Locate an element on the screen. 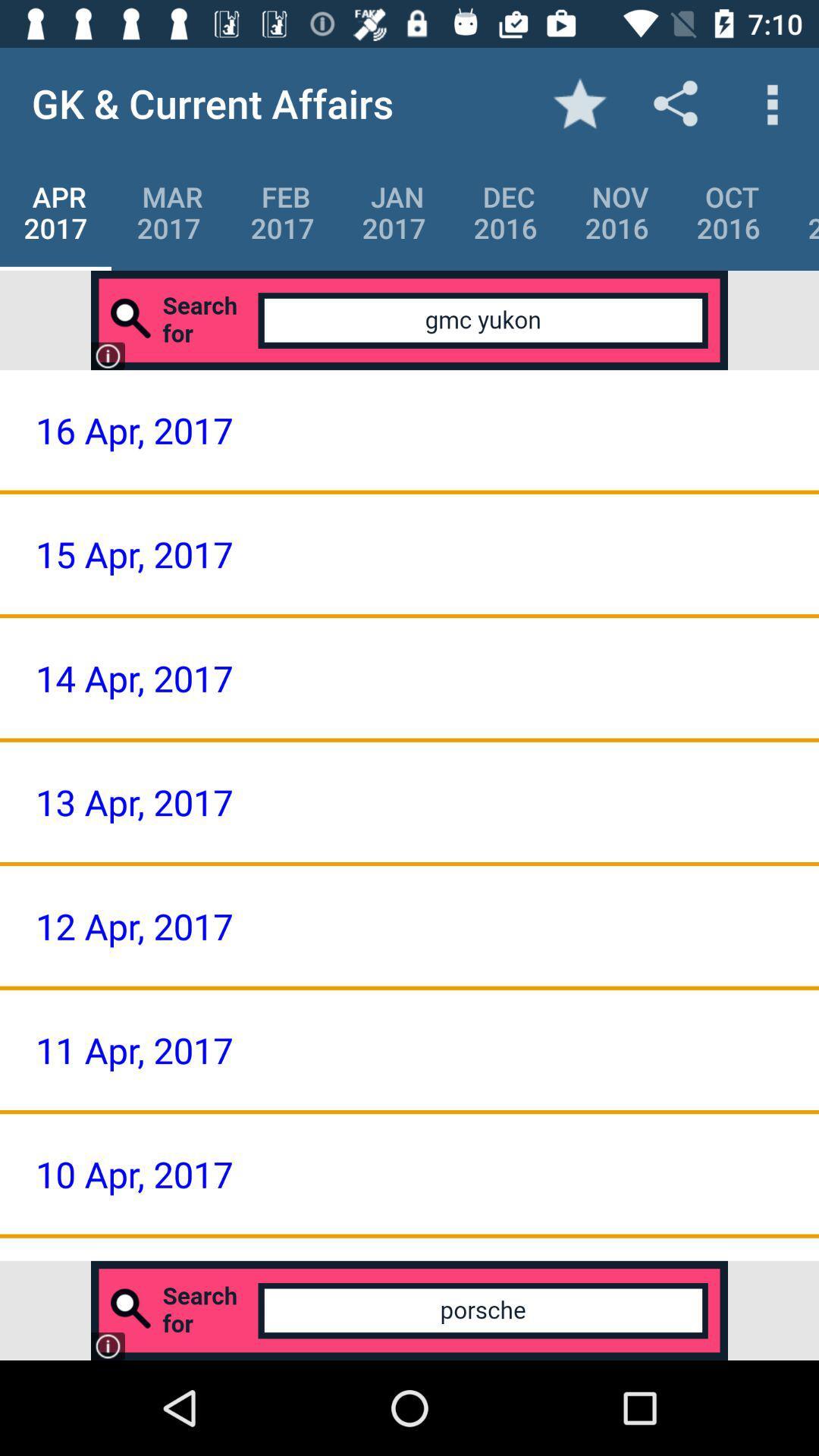 This screenshot has width=819, height=1456. icon to the left of the  oct is located at coordinates (617, 212).